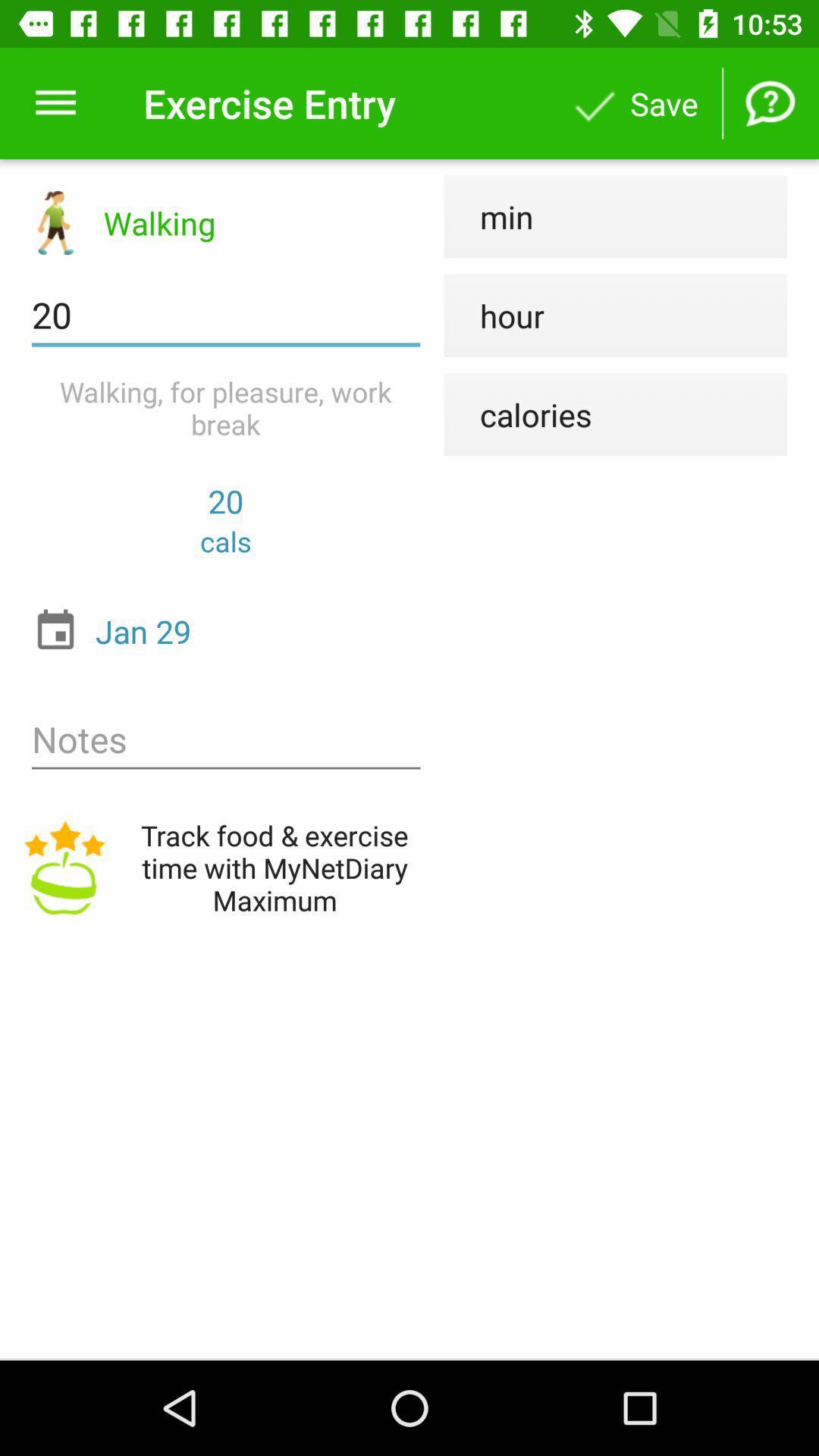  Describe the element at coordinates (494, 315) in the screenshot. I see `item below the   min icon` at that location.